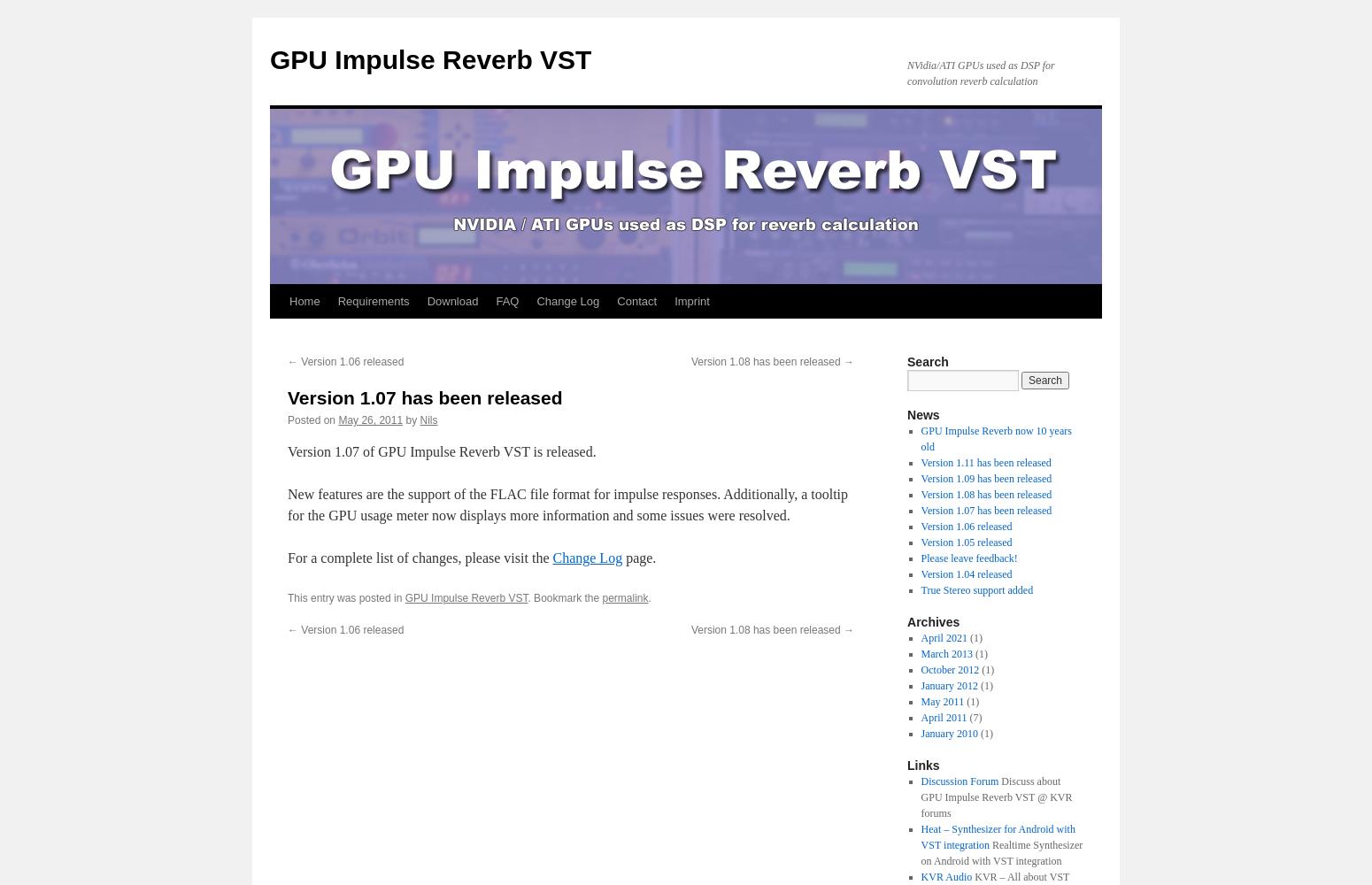 This screenshot has width=1372, height=885. What do you see at coordinates (551, 558) in the screenshot?
I see `'Change Log'` at bounding box center [551, 558].